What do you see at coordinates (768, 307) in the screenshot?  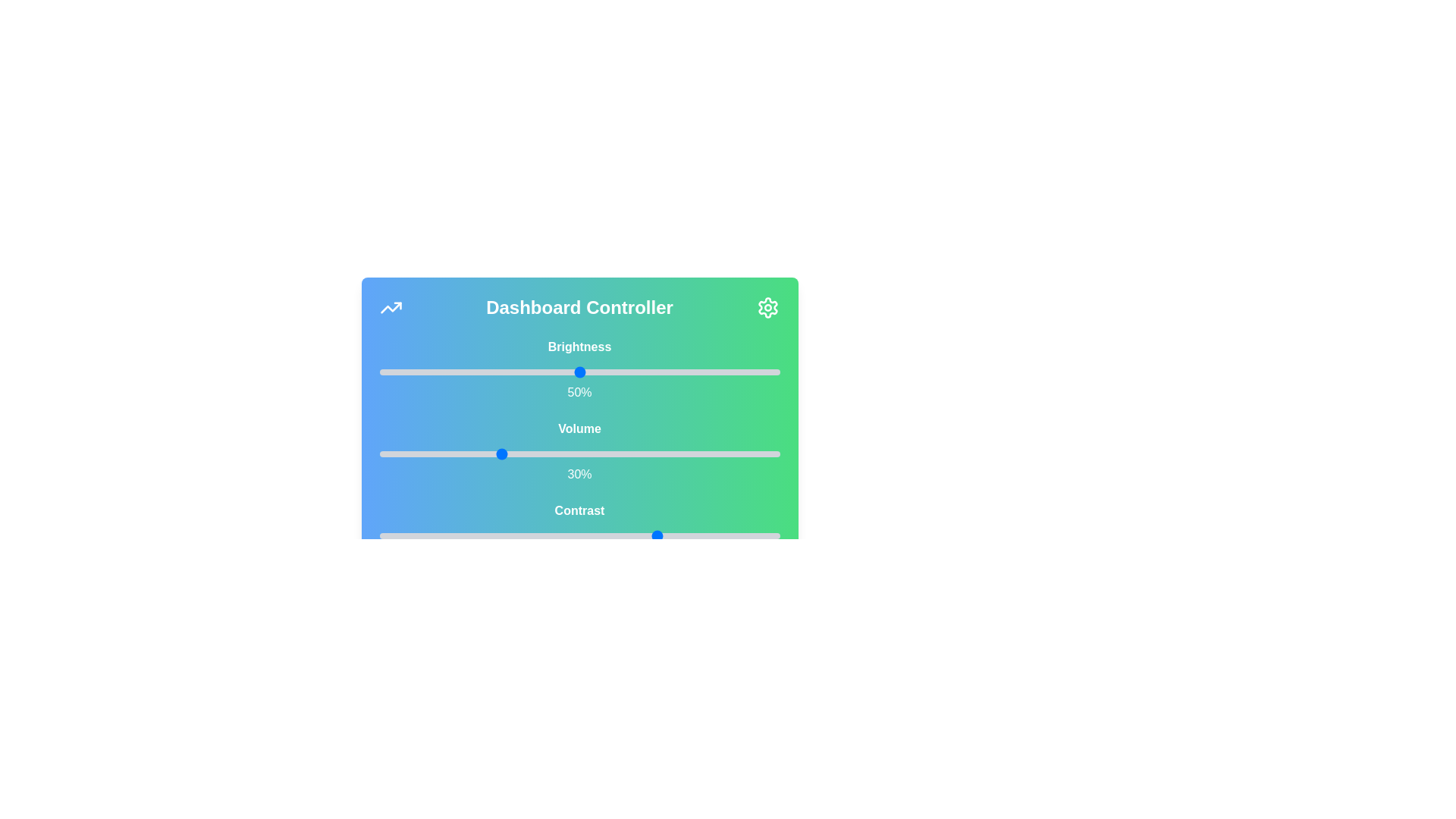 I see `the settings icon to open the settings menu` at bounding box center [768, 307].